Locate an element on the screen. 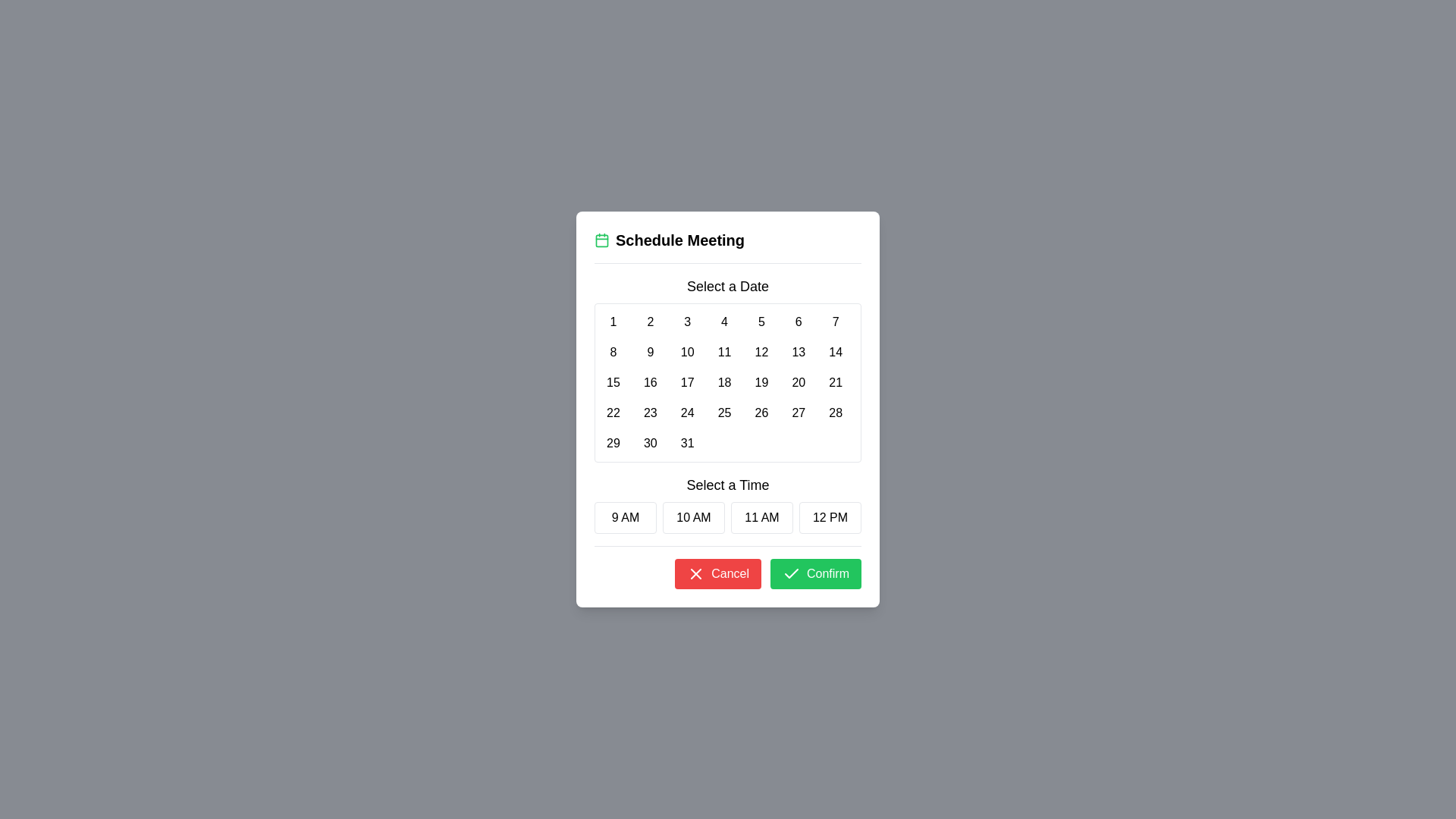 The width and height of the screenshot is (1456, 819). the '12 PM' button, which is a rectangular button with a white background and bold black text is located at coordinates (829, 516).